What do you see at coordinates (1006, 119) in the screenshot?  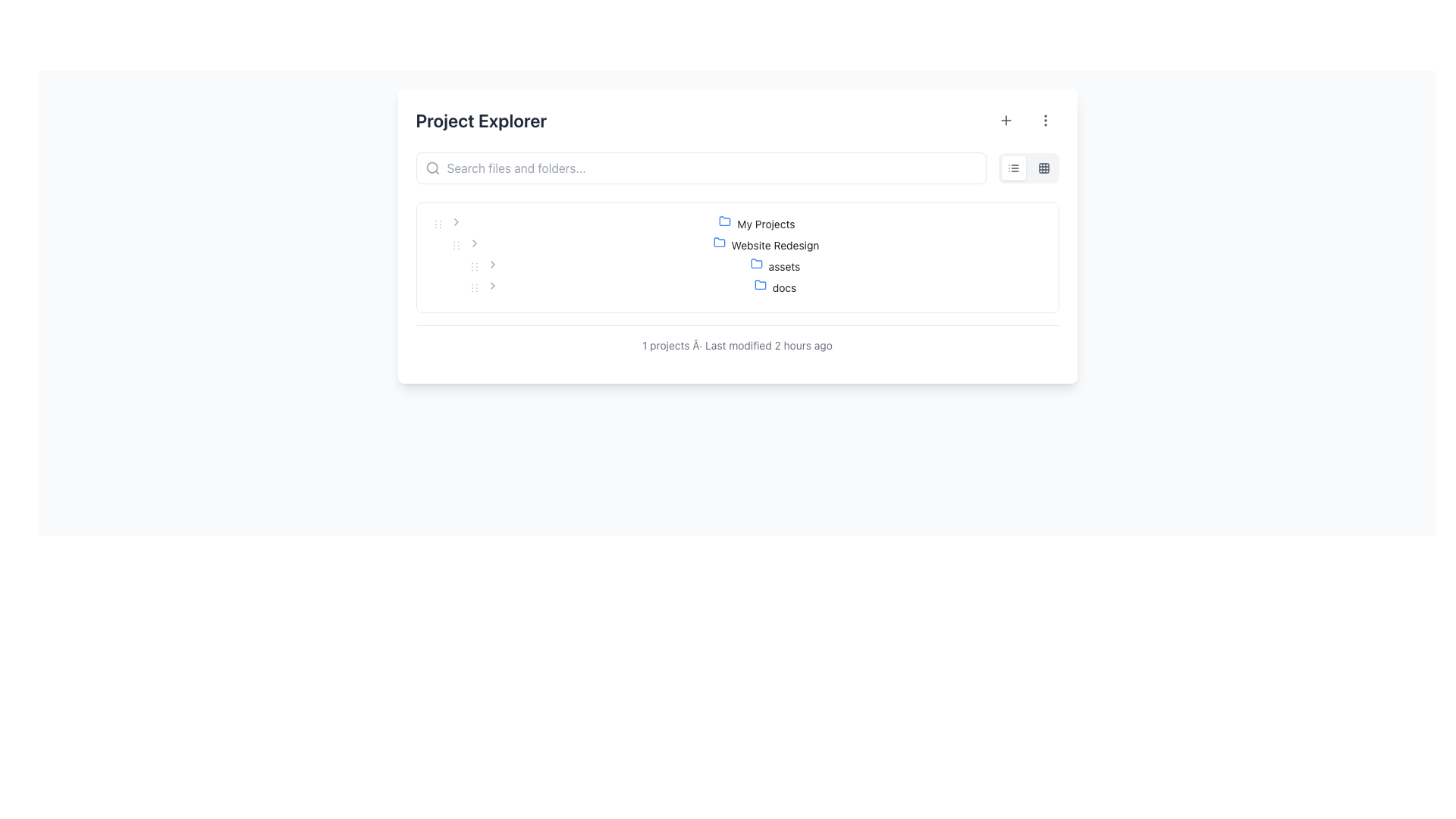 I see `the compact icon-style button with a plus sign ('+') located in the top-right corner of the 'Project Explorer' panel` at bounding box center [1006, 119].